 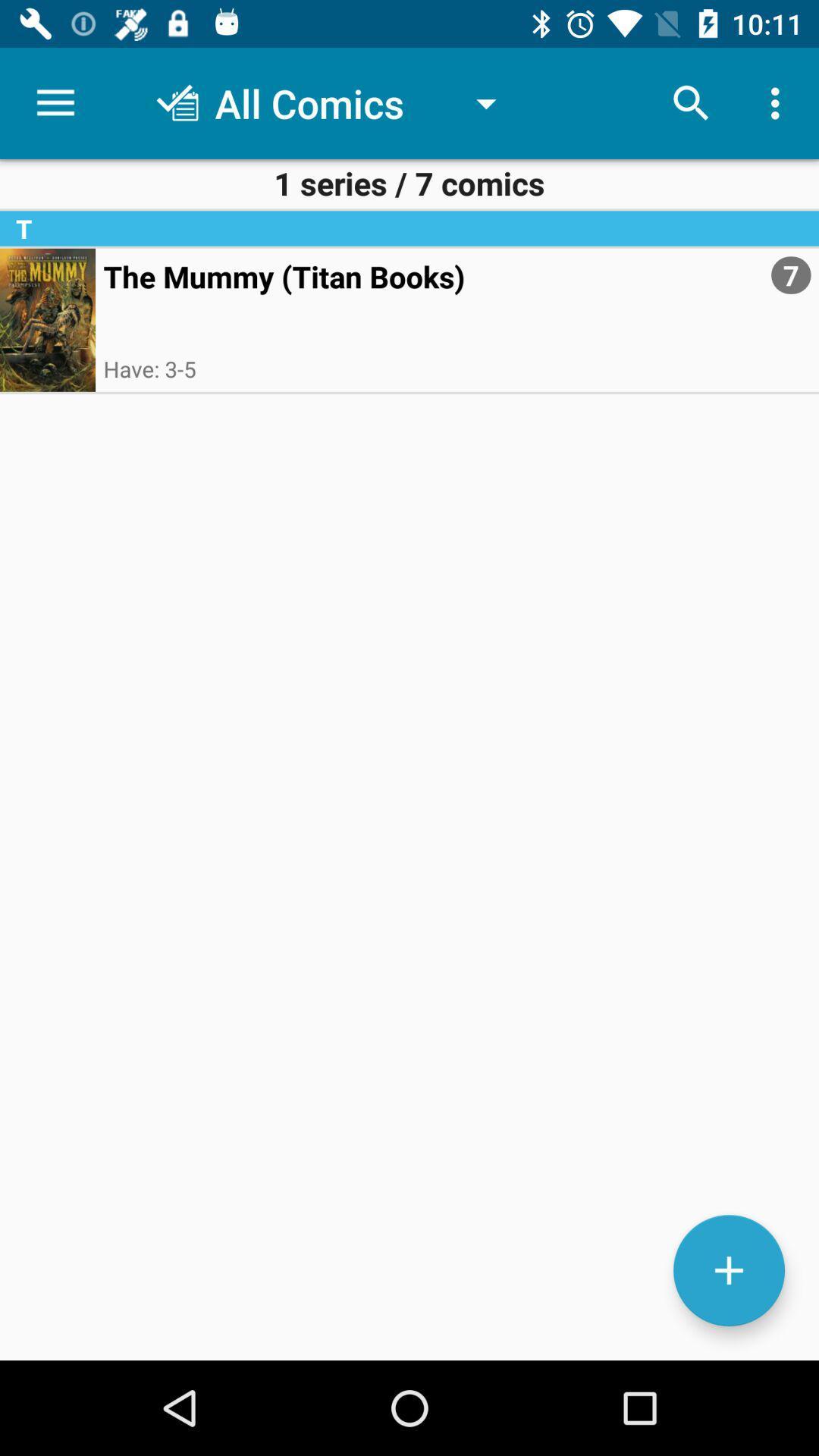 I want to click on a book to the list, so click(x=728, y=1270).